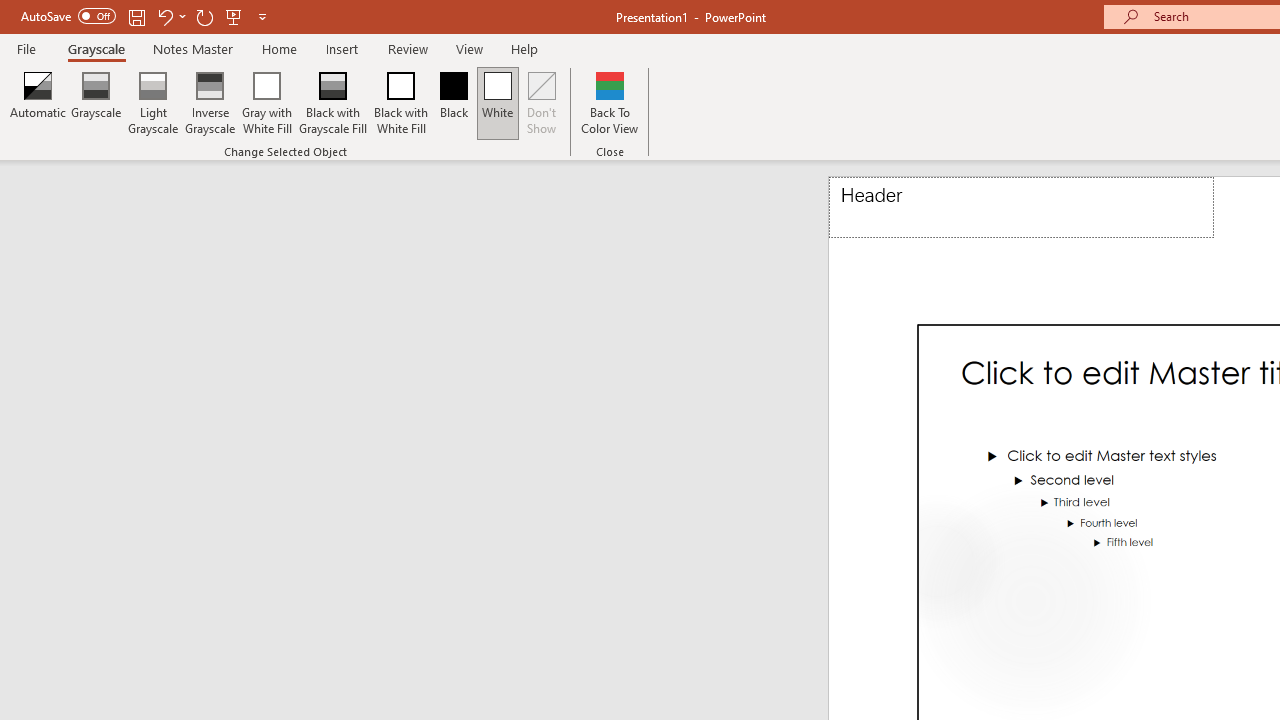 This screenshot has height=720, width=1280. I want to click on 'Black', so click(452, 103).